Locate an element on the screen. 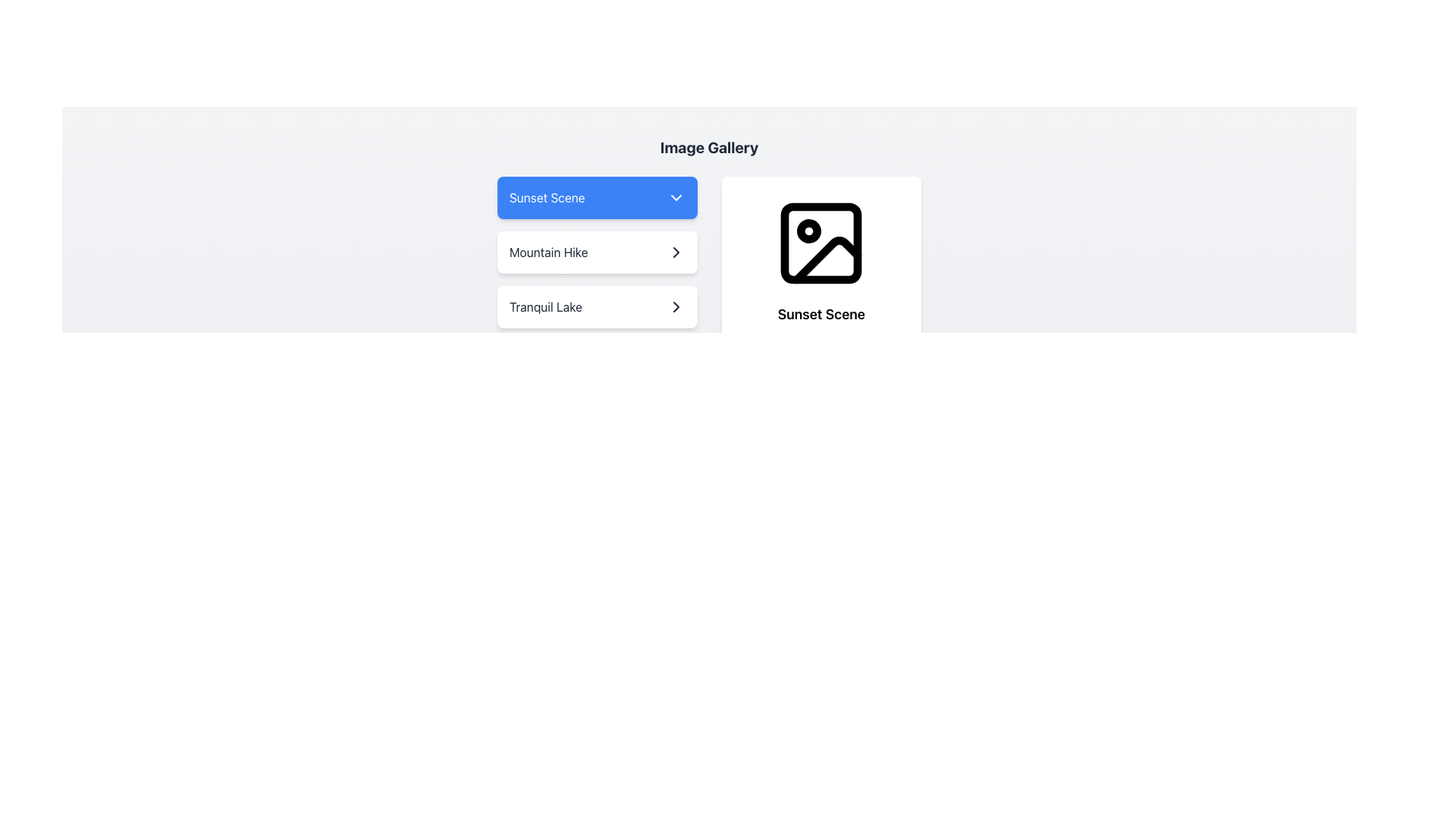  the text label that serves as the header for the image gallery, positioned at the top center of the interface, indicating the content below is located at coordinates (708, 148).